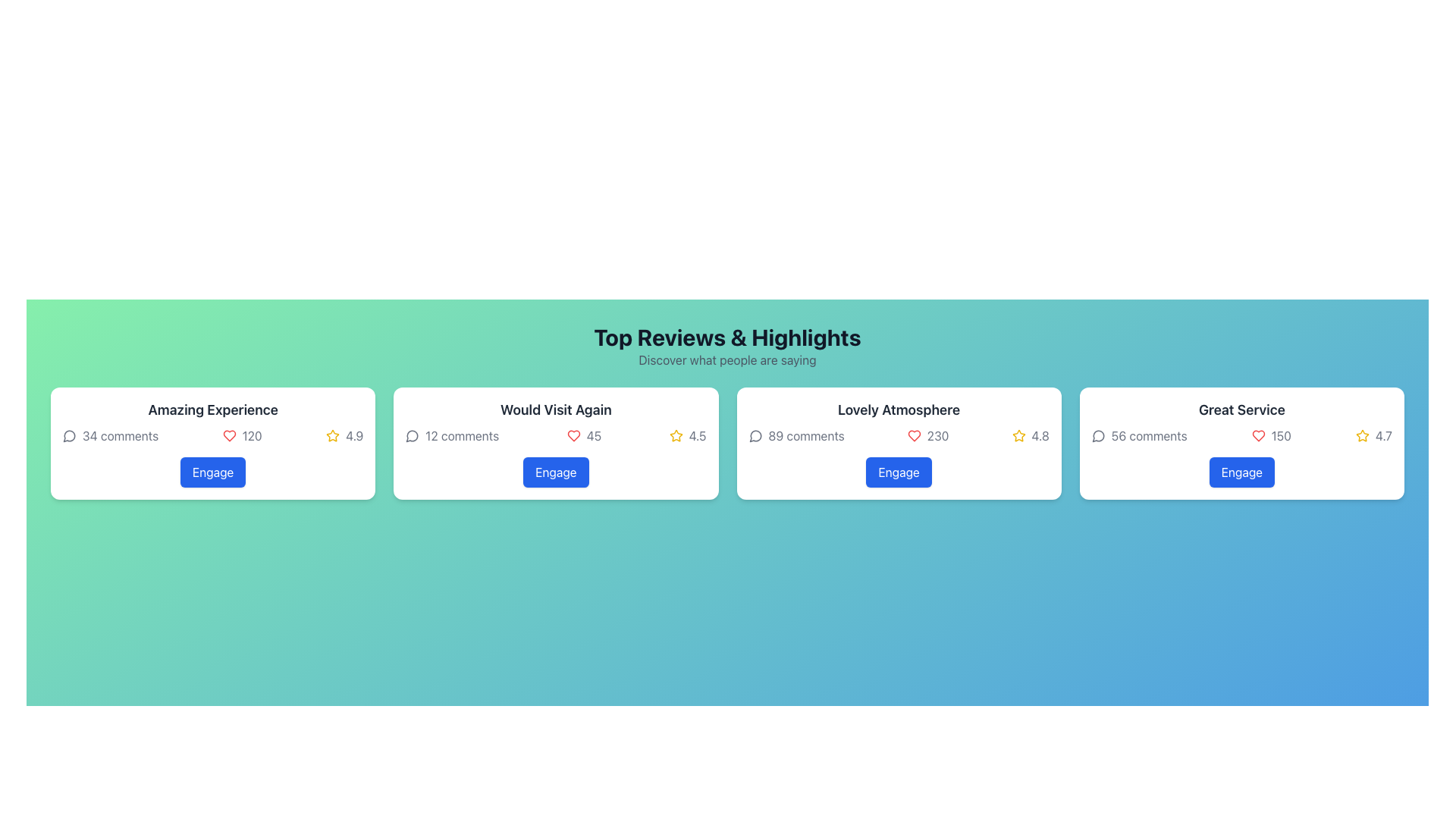  Describe the element at coordinates (241, 435) in the screenshot. I see `like count displayed in the label with a red heart icon and the text '120' in gray, located in the leftmost section of a row of four cards, below the title 'Amazing Experience'` at that location.